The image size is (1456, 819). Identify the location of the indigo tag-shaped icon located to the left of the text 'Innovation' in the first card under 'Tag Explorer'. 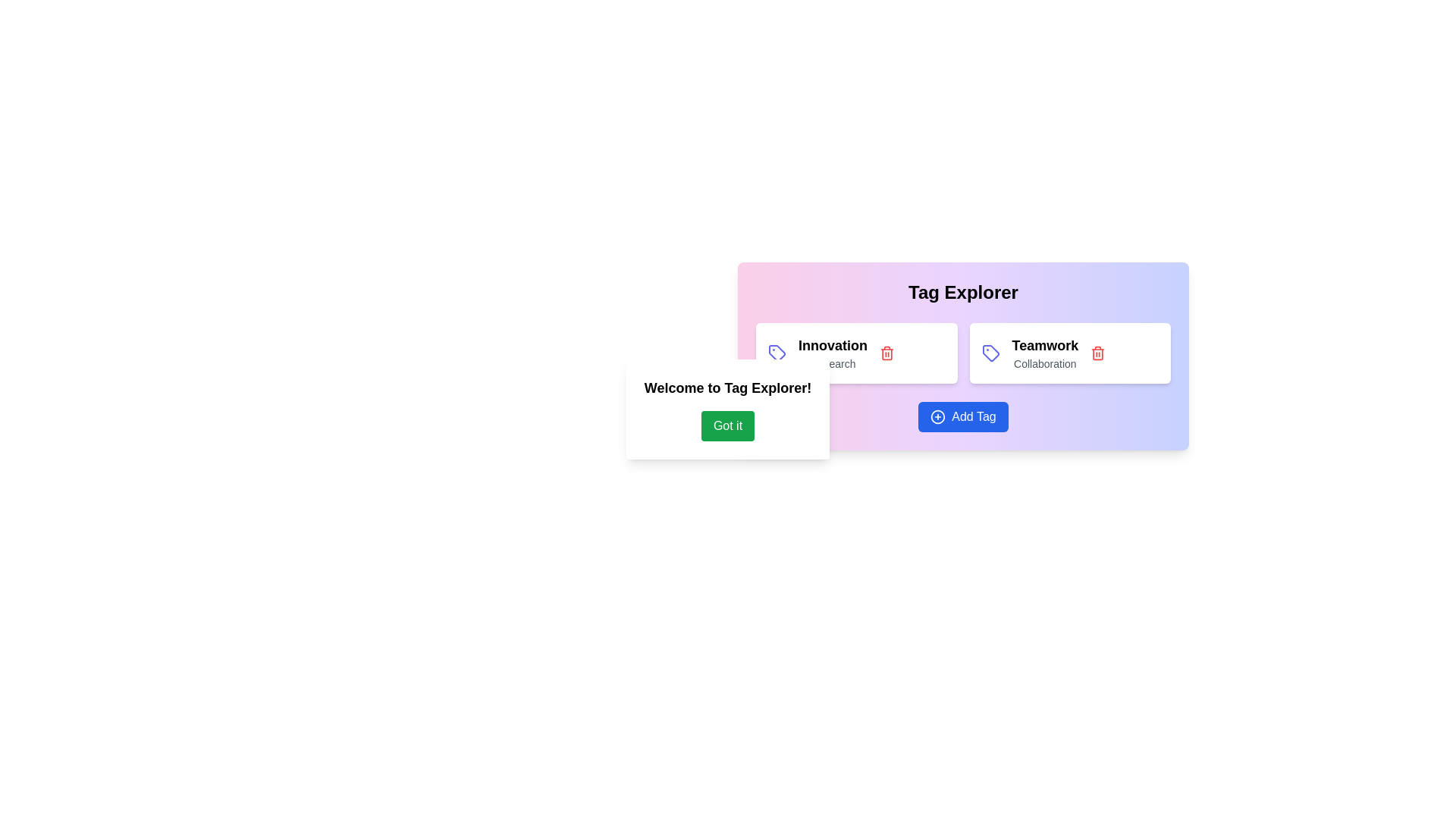
(777, 353).